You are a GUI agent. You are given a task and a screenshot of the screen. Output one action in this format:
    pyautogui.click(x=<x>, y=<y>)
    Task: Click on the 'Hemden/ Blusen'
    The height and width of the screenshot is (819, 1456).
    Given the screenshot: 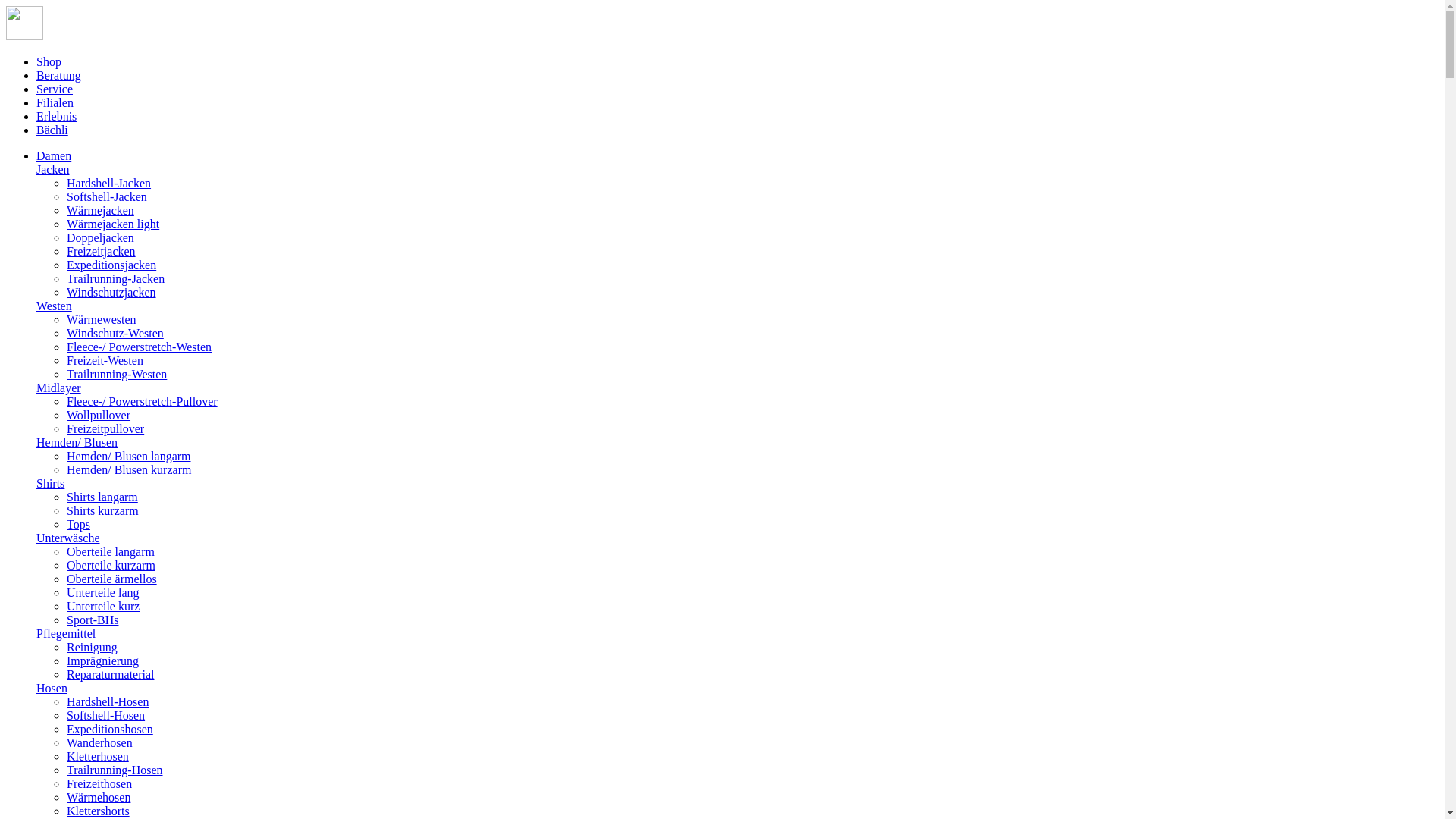 What is the action you would take?
    pyautogui.click(x=76, y=442)
    